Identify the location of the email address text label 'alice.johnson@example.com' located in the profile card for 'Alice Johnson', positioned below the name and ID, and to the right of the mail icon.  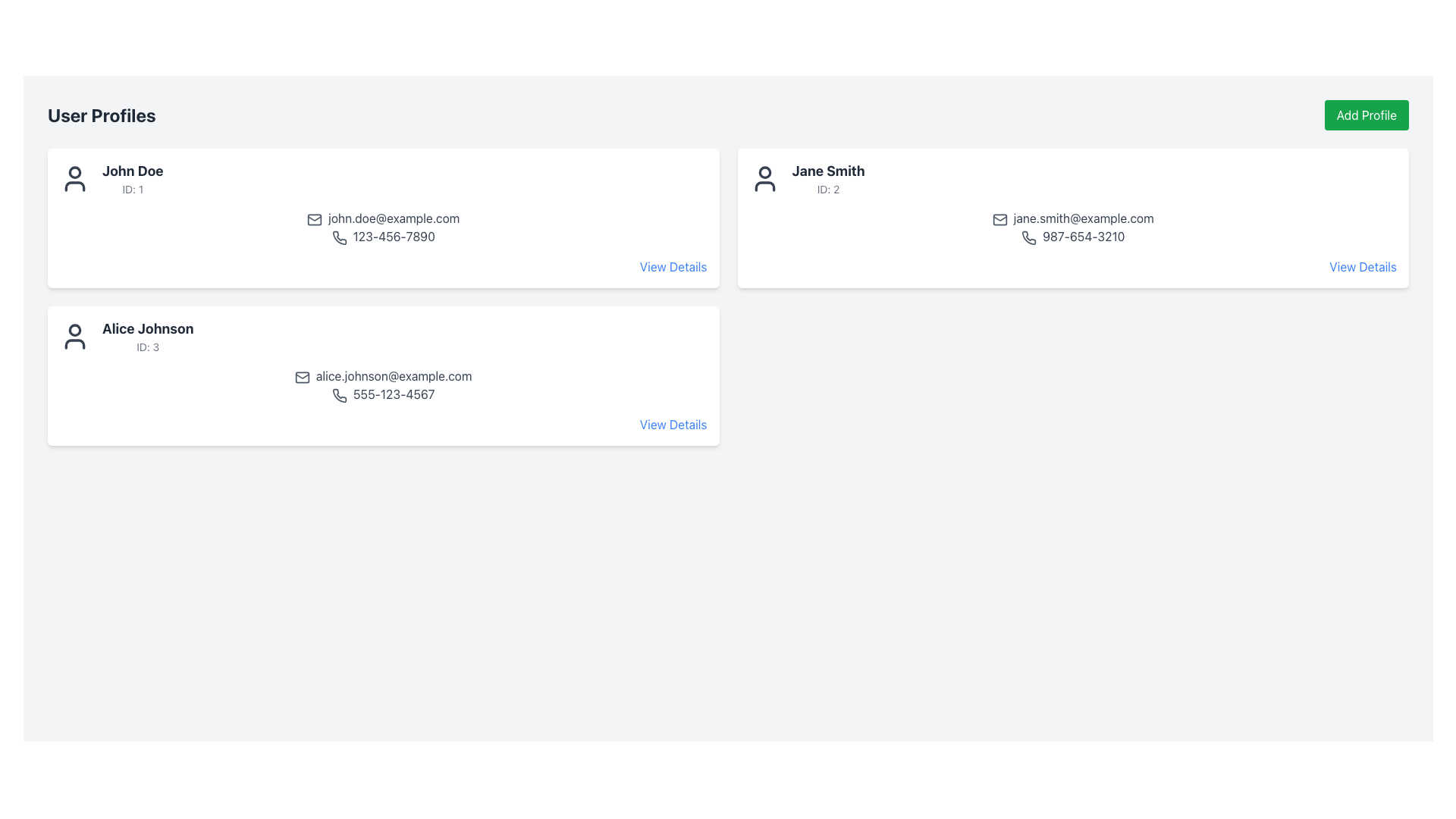
(383, 375).